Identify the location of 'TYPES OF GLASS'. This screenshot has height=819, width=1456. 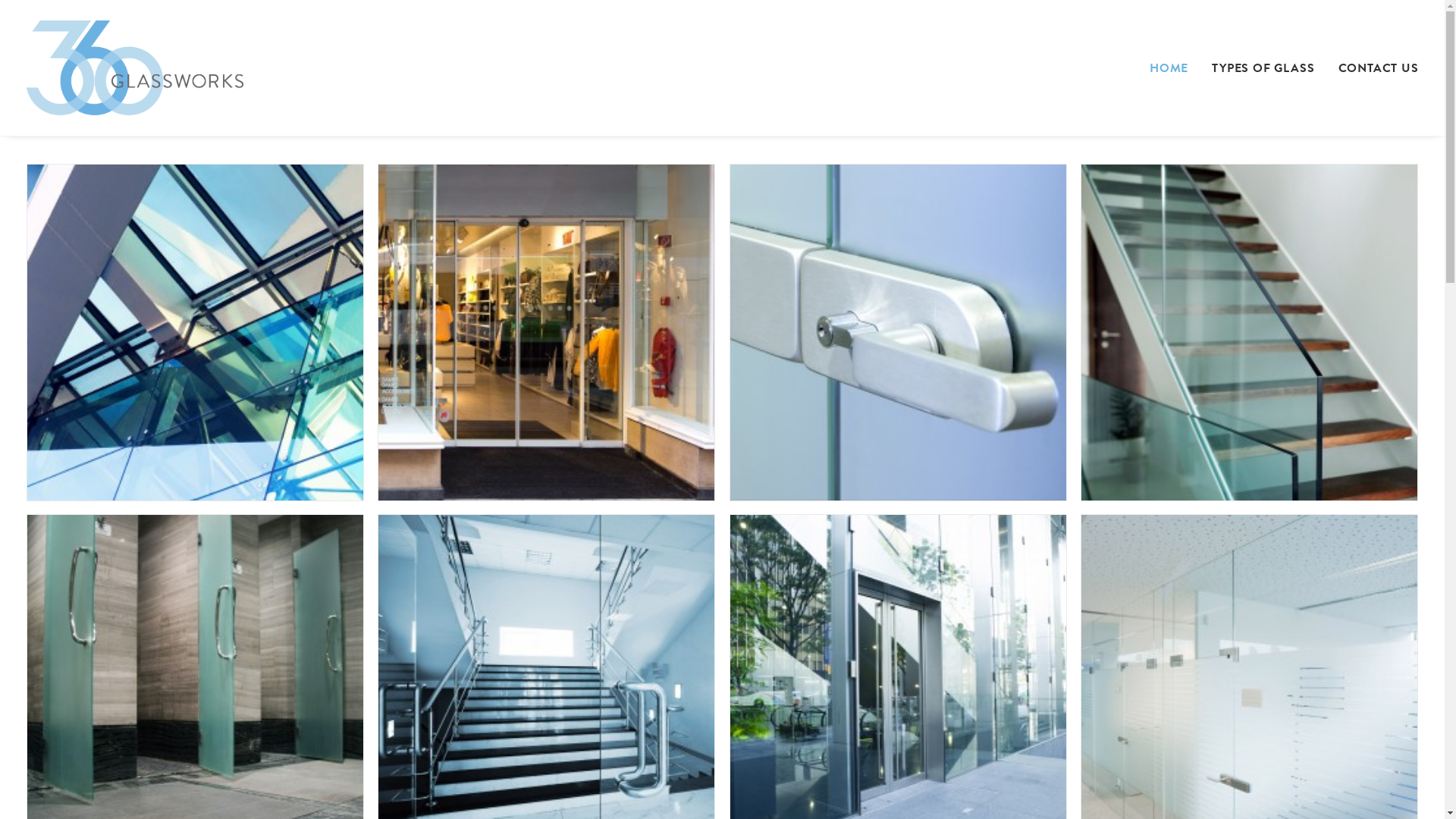
(1263, 67).